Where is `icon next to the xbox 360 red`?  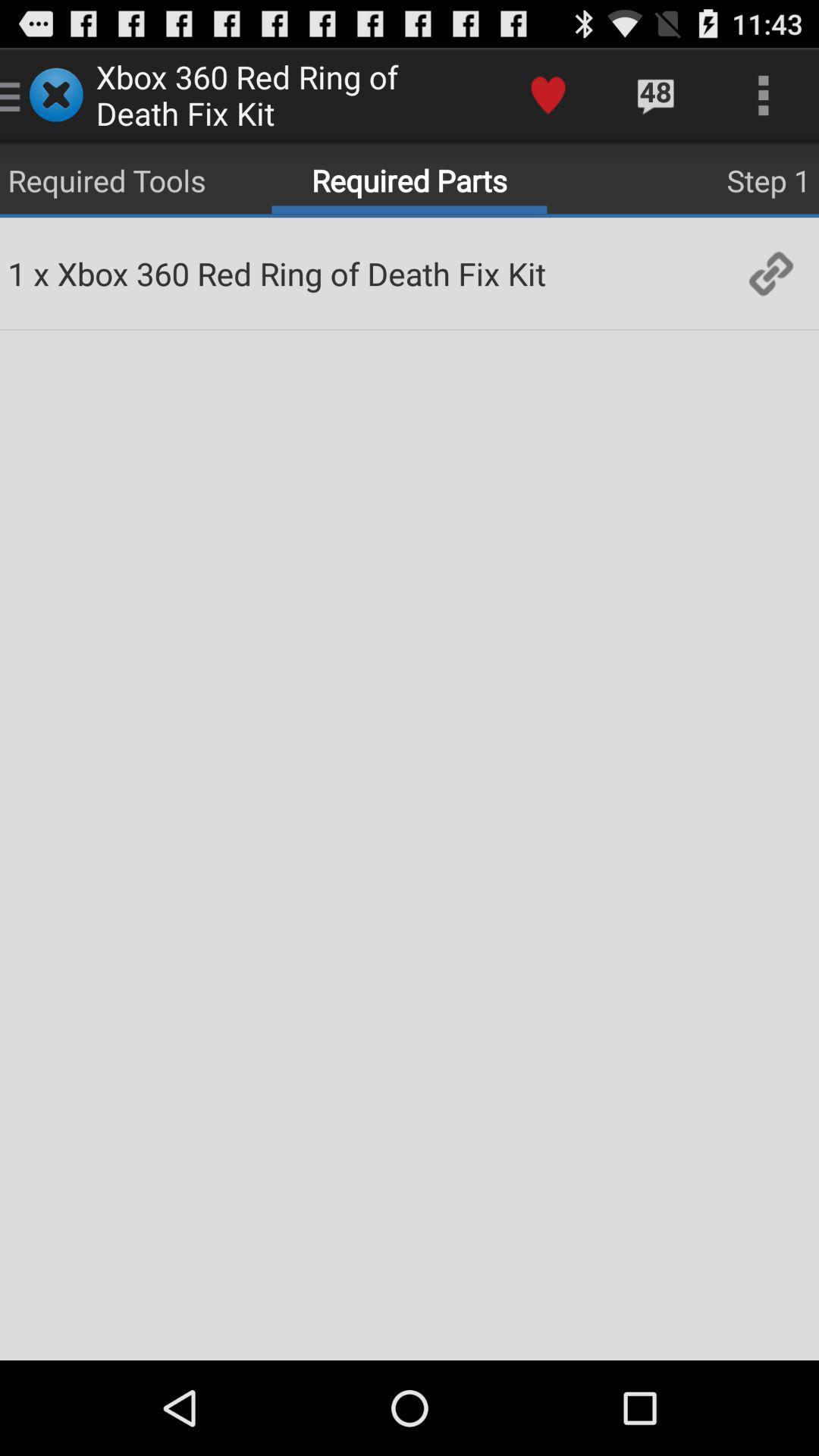 icon next to the xbox 360 red is located at coordinates (548, 94).